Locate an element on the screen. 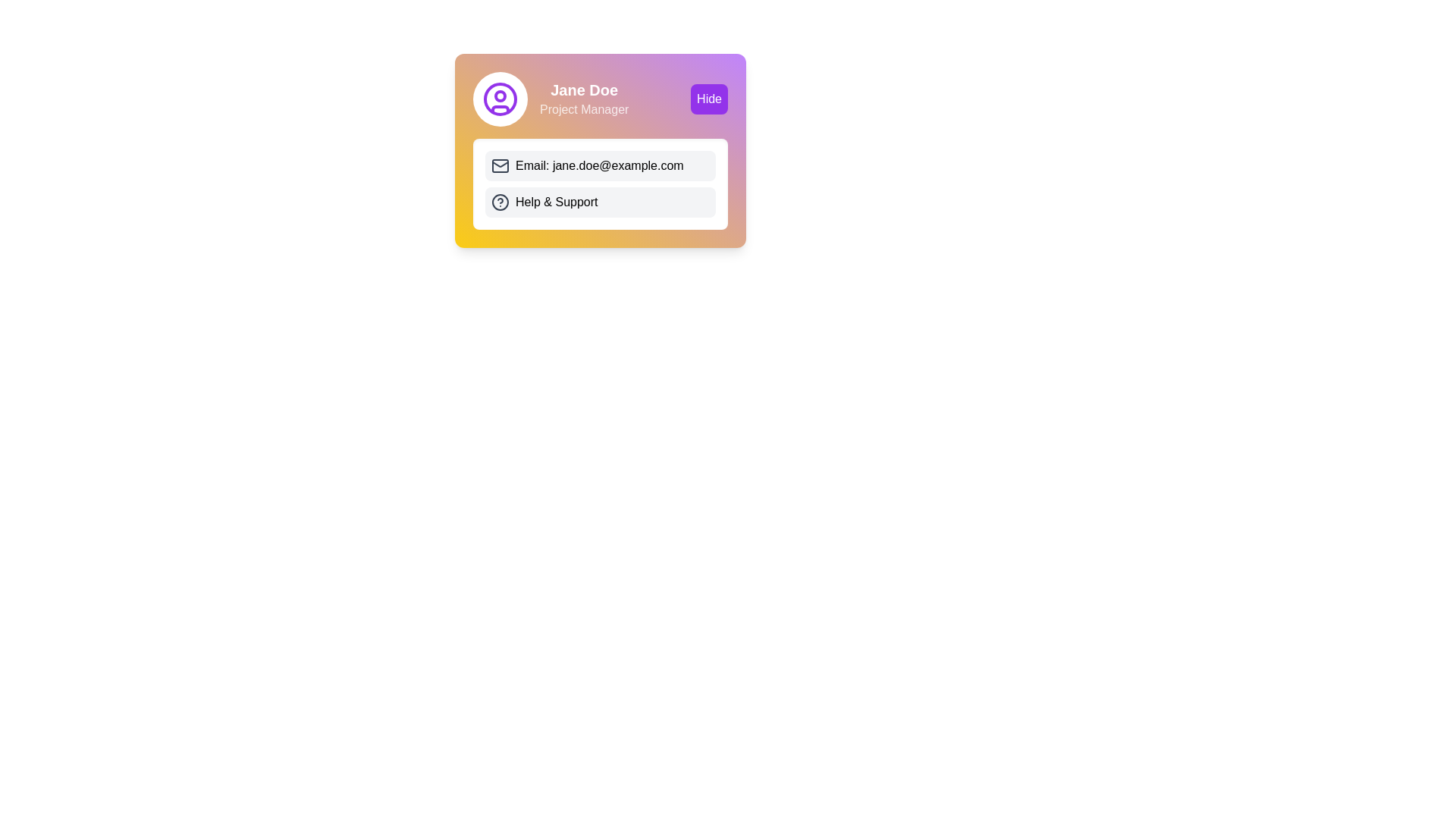  the interactive button in the top-right corner of the profile card for Jane Doe, which is intended to hide or collapse the profile details is located at coordinates (708, 99).